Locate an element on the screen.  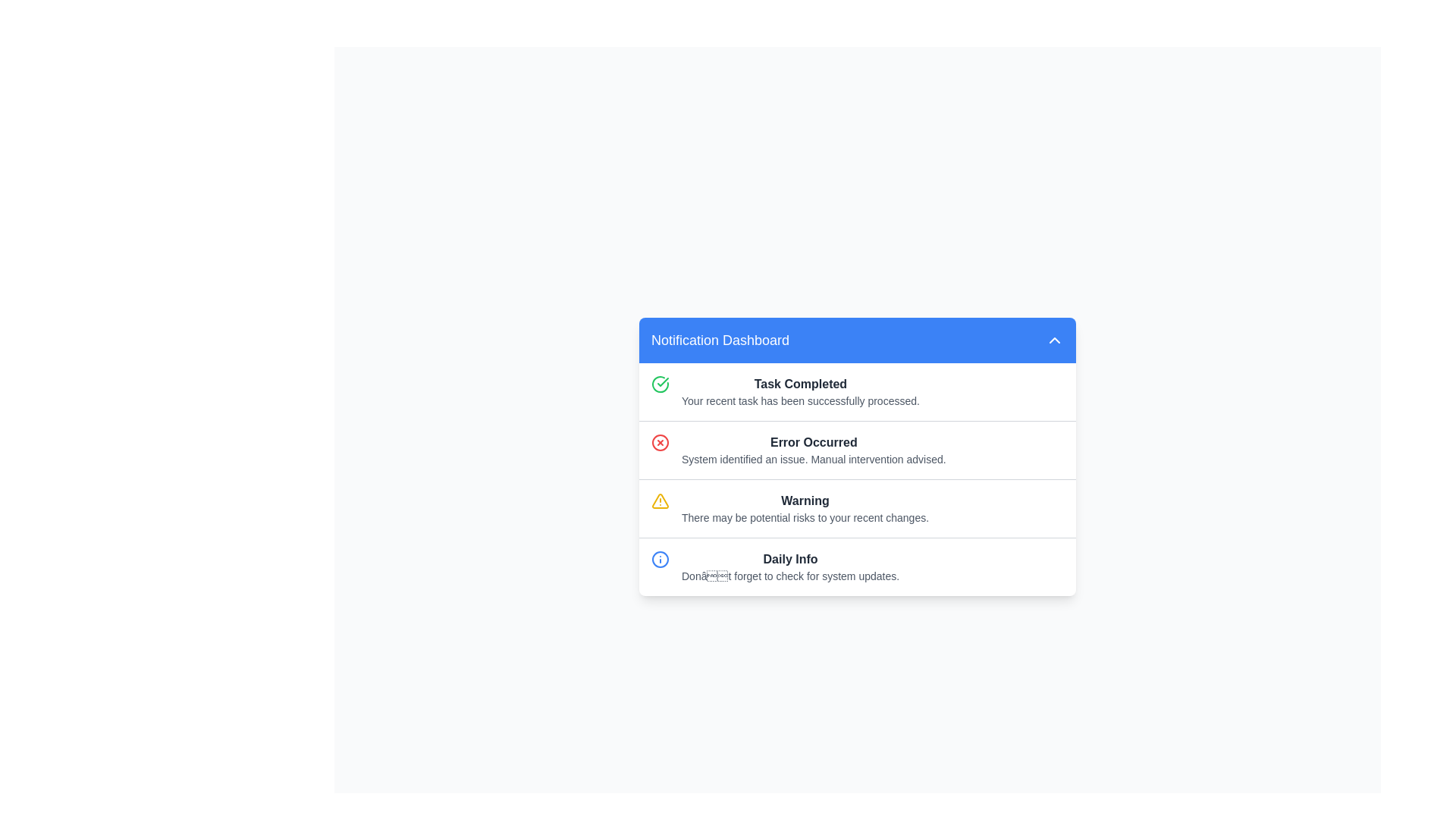
the third notification card in the vertically stacked list of alerts, which serves as a warning notification for potential risks related to recent changes is located at coordinates (858, 508).